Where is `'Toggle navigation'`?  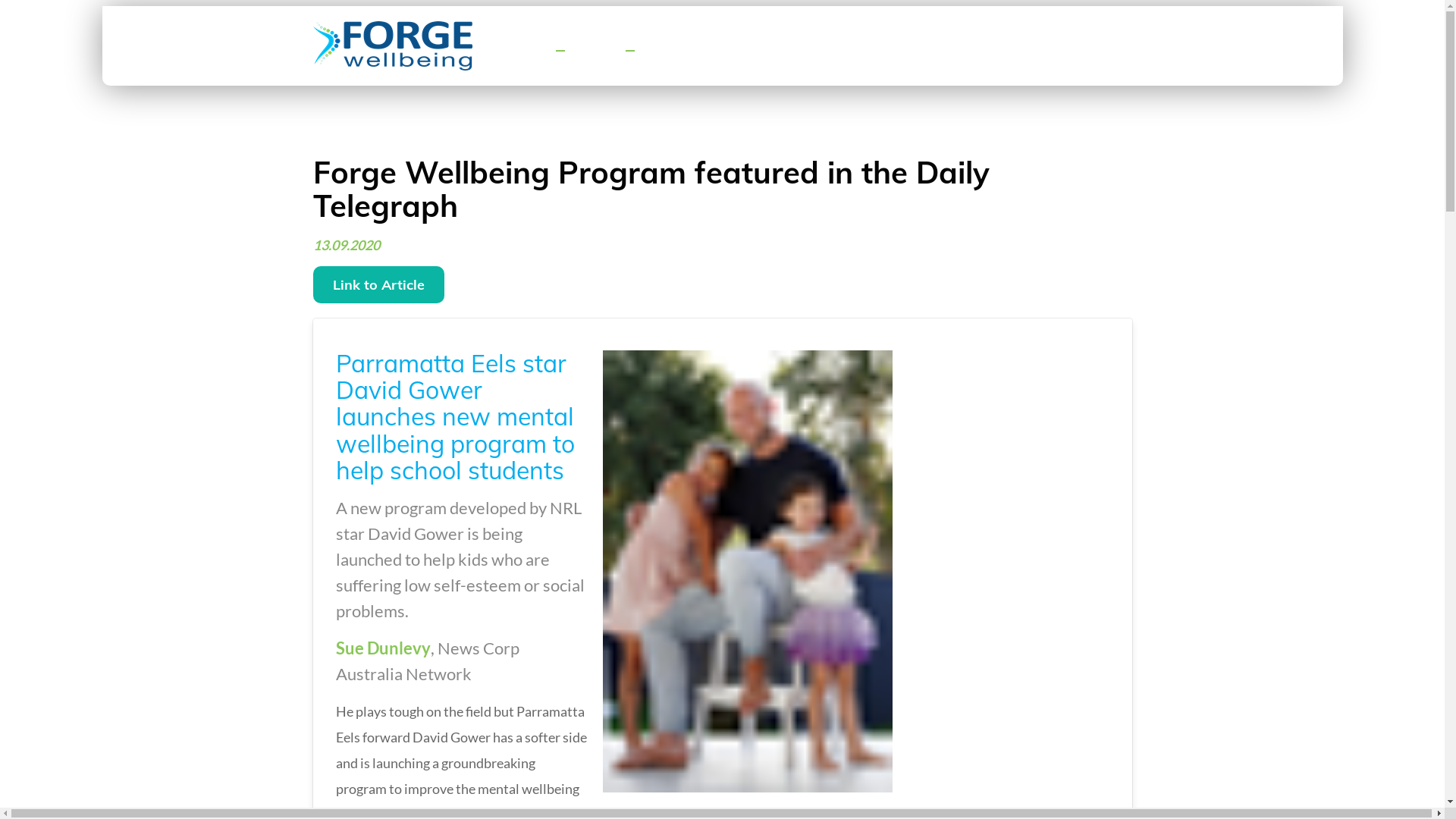 'Toggle navigation' is located at coordinates (629, 49).